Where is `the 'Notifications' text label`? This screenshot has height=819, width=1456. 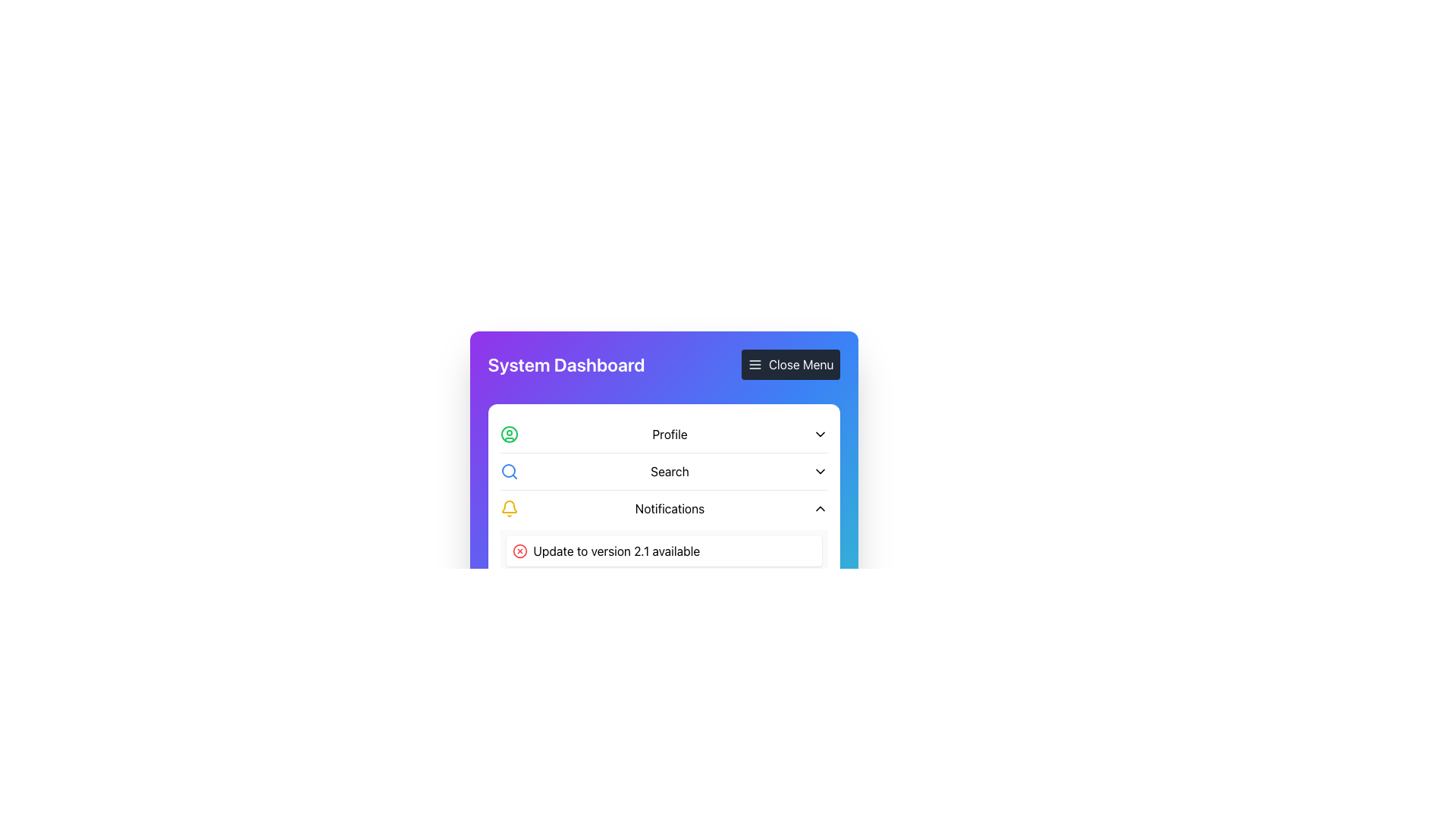 the 'Notifications' text label is located at coordinates (669, 509).